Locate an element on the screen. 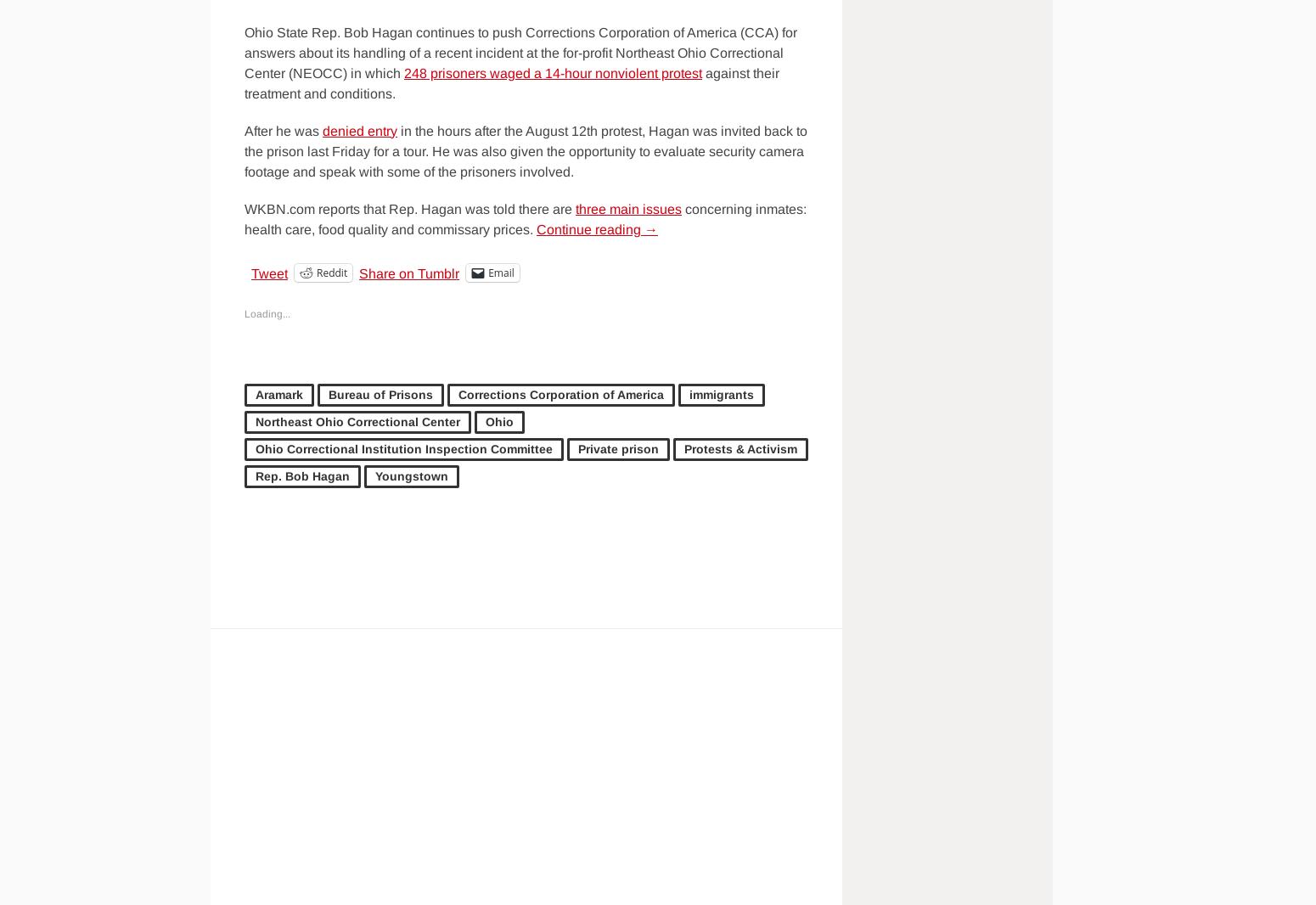  'Protests & Activism' is located at coordinates (740, 447).